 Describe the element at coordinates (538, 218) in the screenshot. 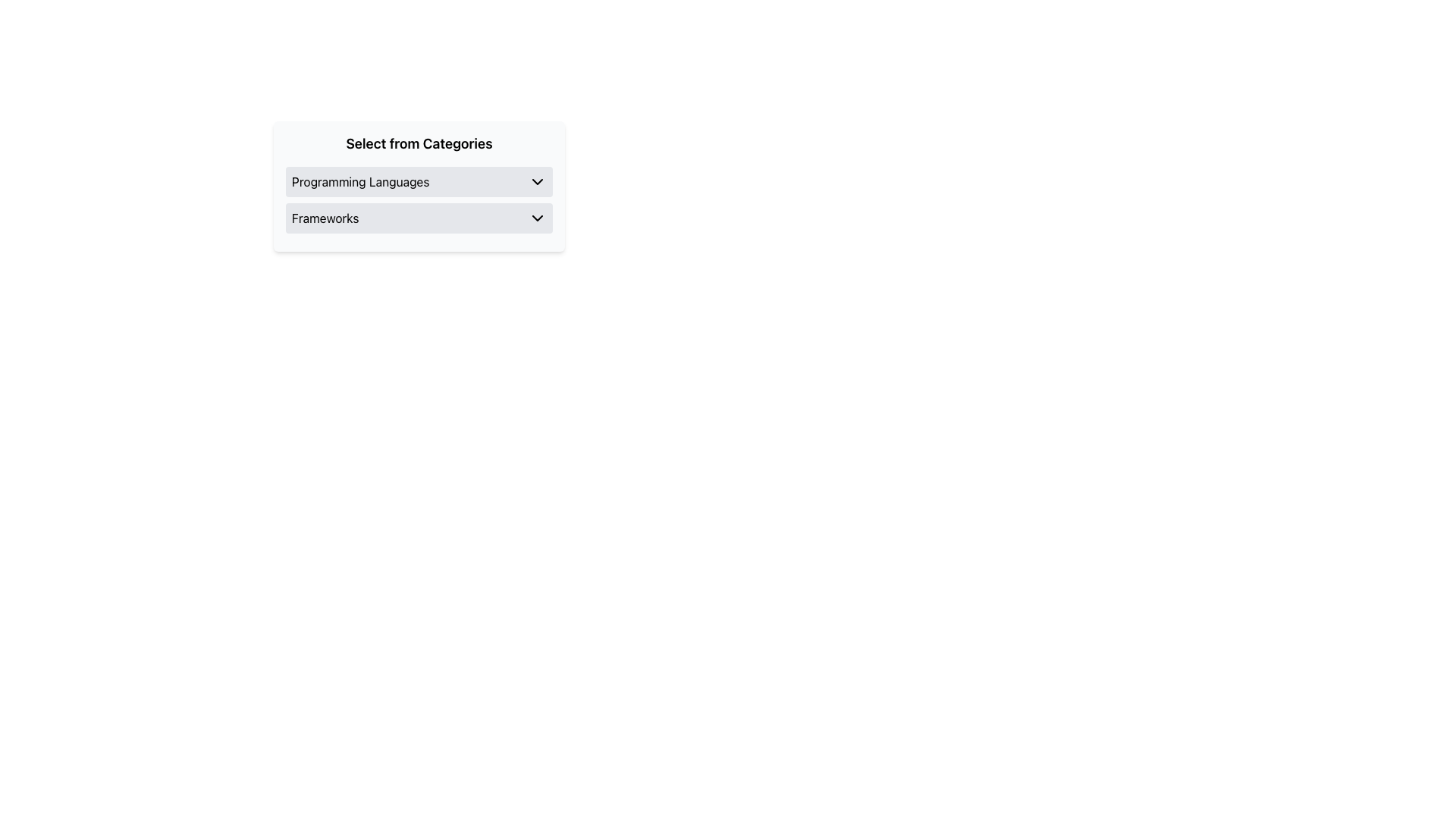

I see `the chevron icon button on the right side of the 'Frameworks' dropdown header to trigger a tooltip or visual response` at that location.